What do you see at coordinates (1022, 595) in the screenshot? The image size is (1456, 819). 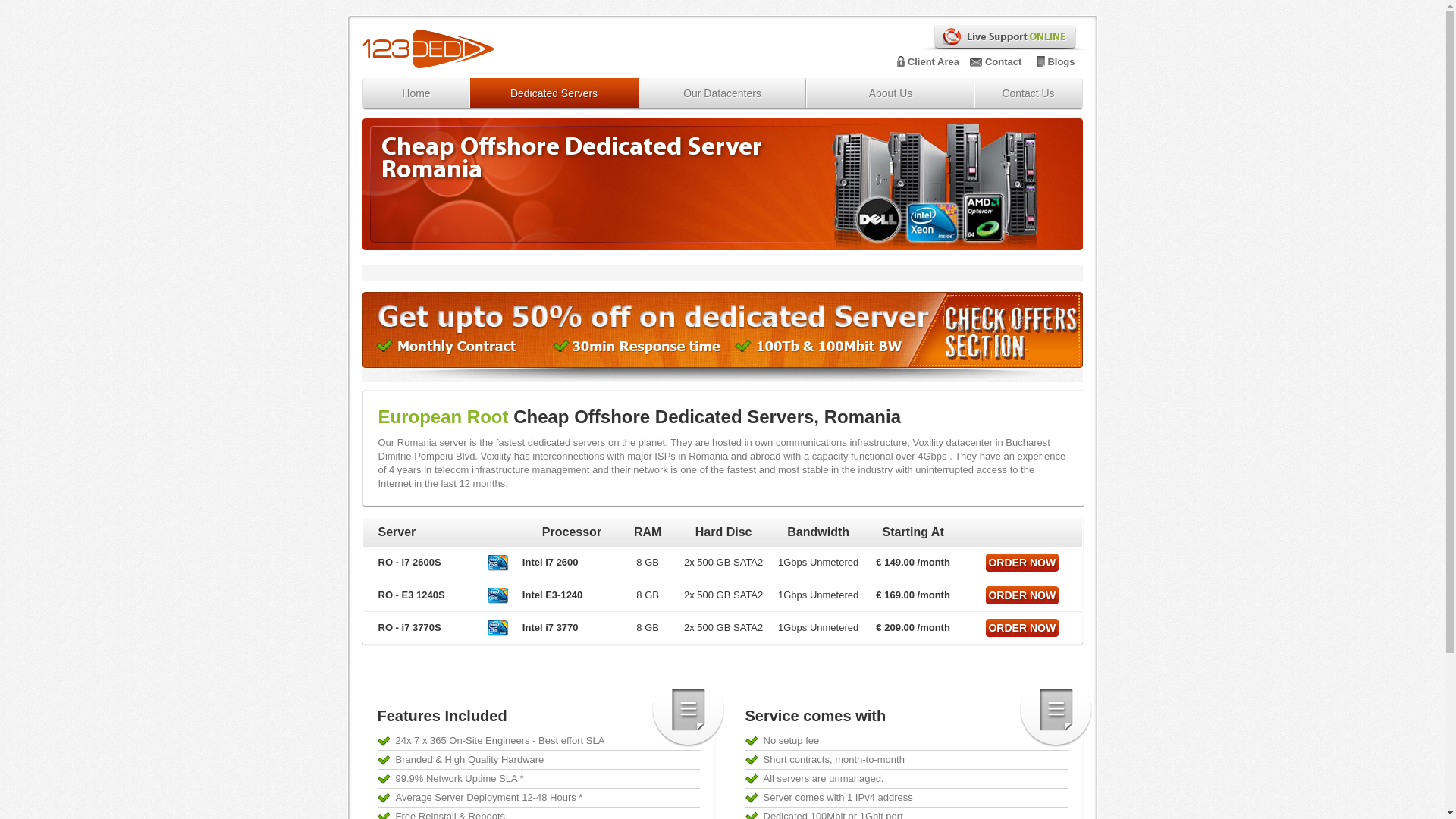 I see `'ORDER NOW'` at bounding box center [1022, 595].